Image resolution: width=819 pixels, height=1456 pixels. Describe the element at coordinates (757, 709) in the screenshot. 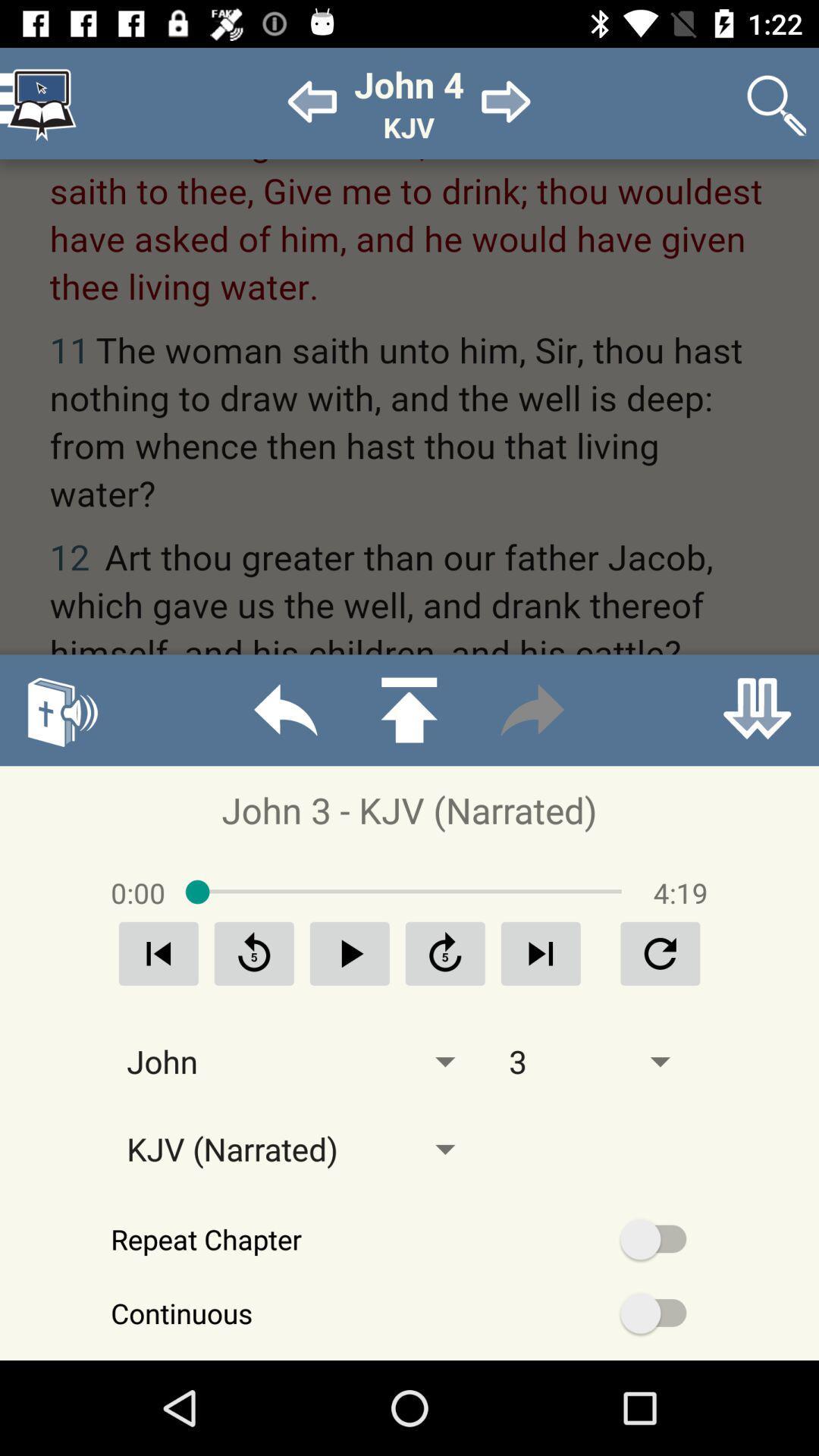

I see `minimize window` at that location.